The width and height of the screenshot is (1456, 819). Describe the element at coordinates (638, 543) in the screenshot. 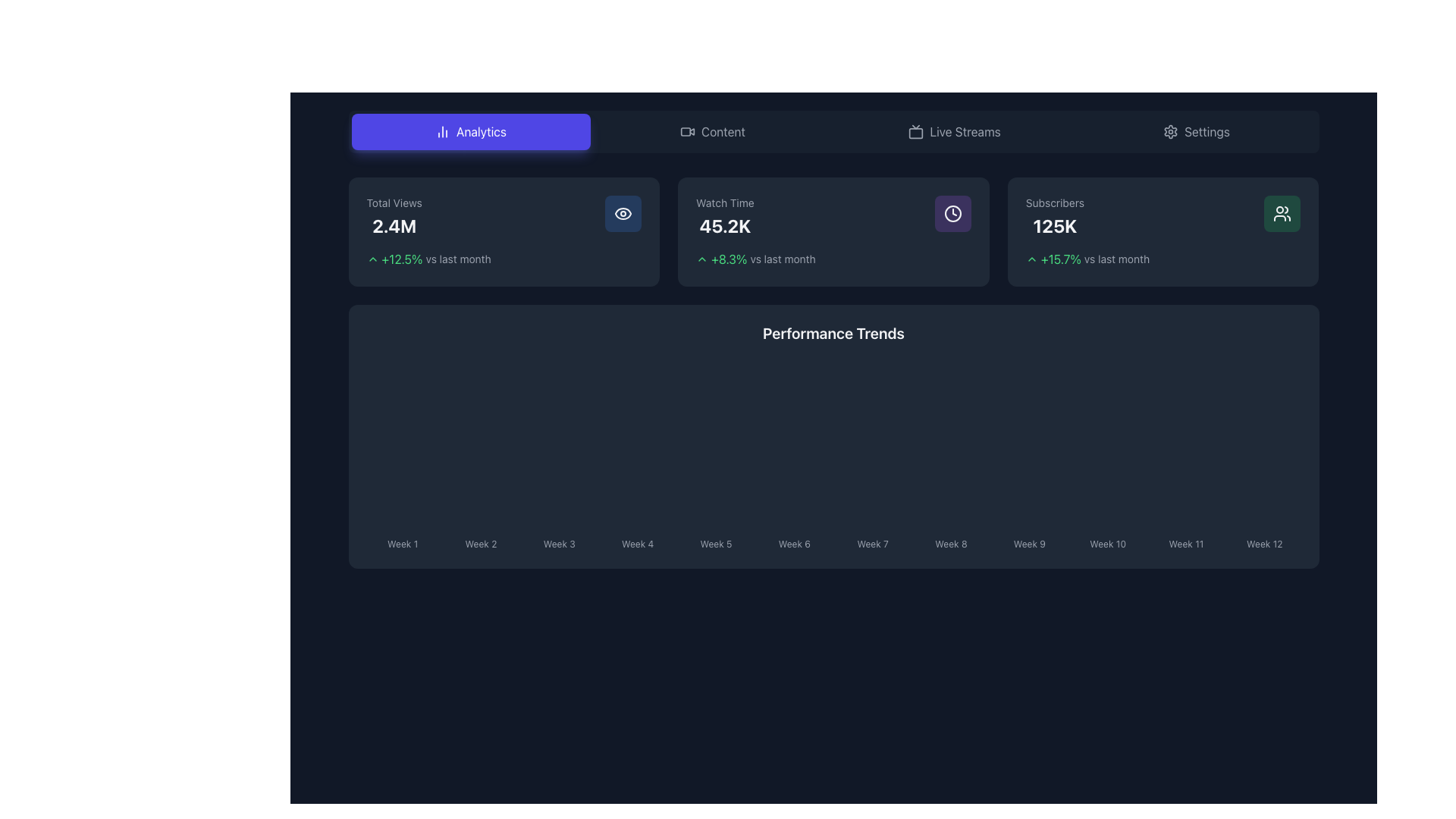

I see `the small text label reading 'Week 4', which is positioned below a rounded graphical element and is the fourth item in a row of week indicators` at that location.